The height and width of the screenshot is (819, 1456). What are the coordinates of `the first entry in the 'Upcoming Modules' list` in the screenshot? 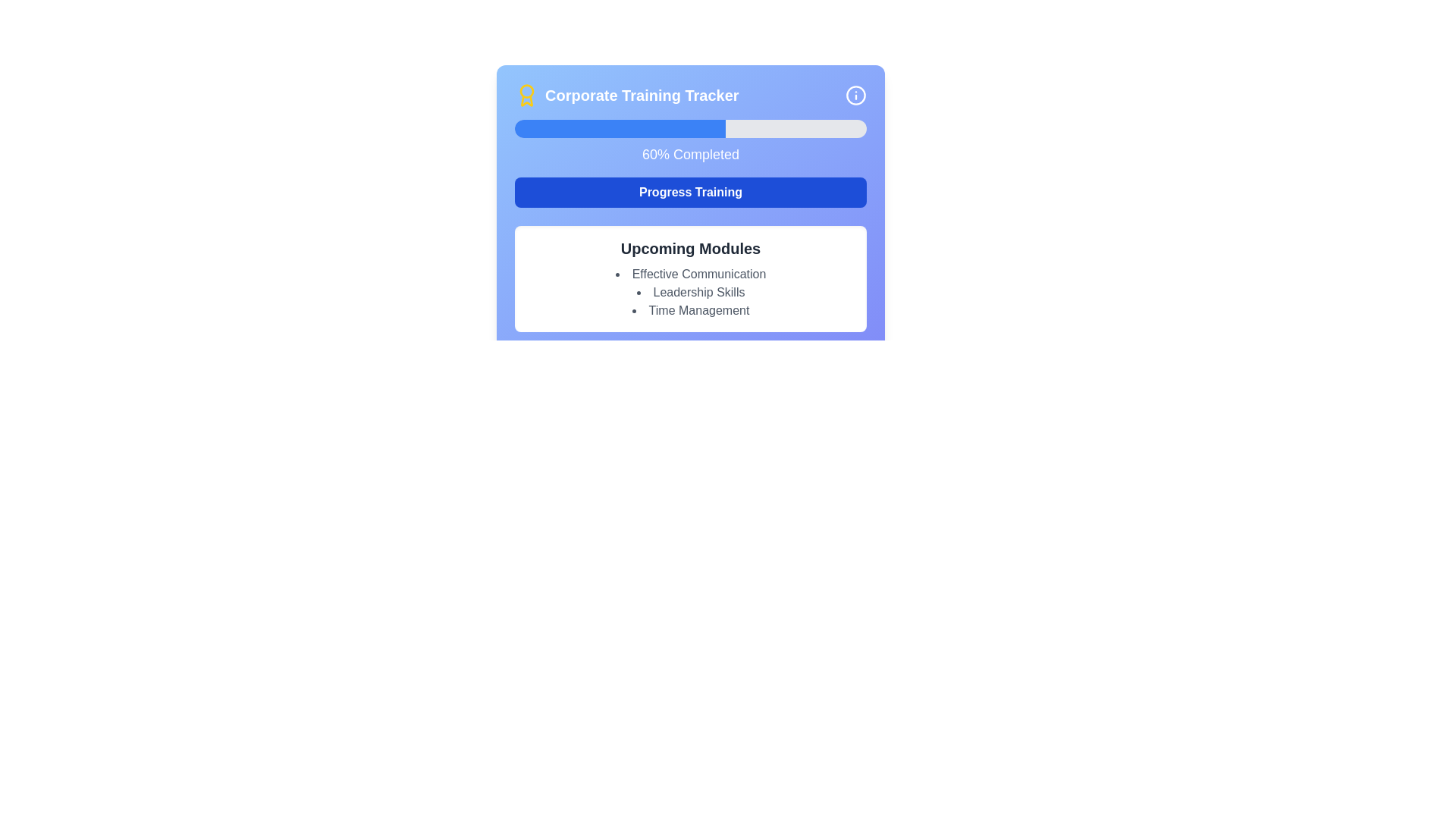 It's located at (690, 275).